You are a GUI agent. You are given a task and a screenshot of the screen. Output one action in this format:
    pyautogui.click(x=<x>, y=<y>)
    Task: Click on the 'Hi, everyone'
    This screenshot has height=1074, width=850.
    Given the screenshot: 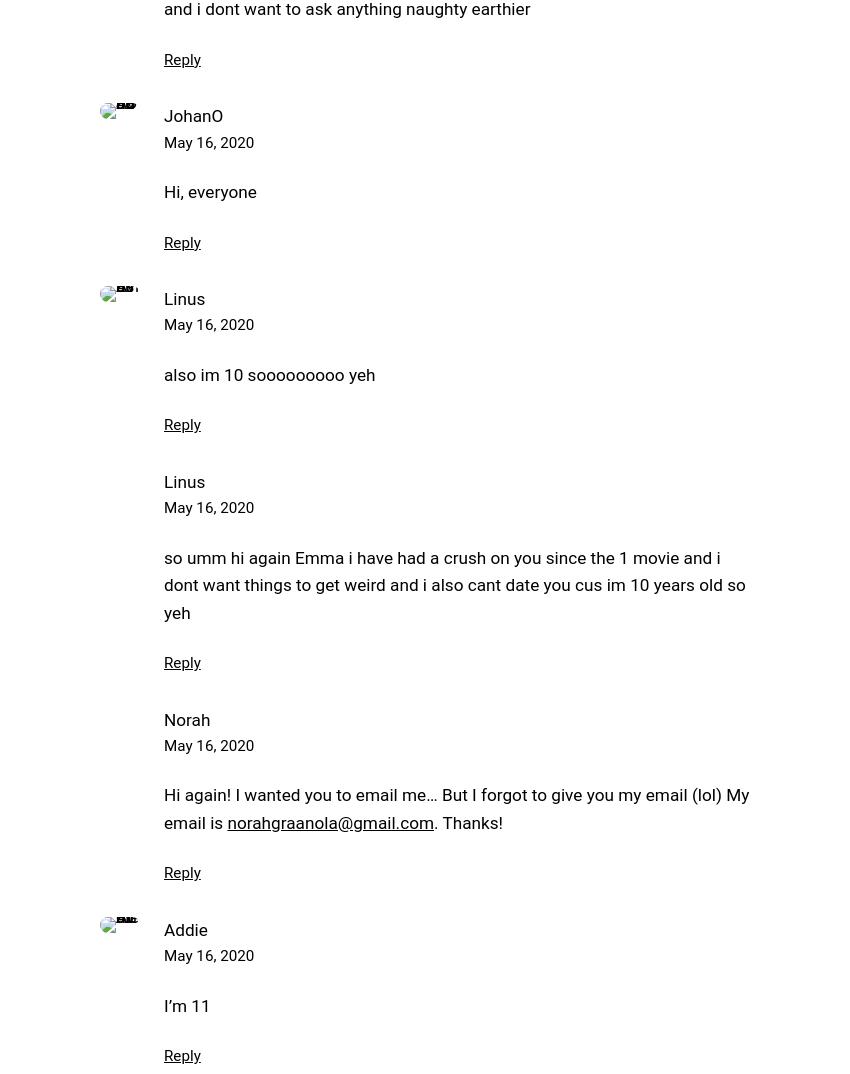 What is the action you would take?
    pyautogui.click(x=209, y=190)
    